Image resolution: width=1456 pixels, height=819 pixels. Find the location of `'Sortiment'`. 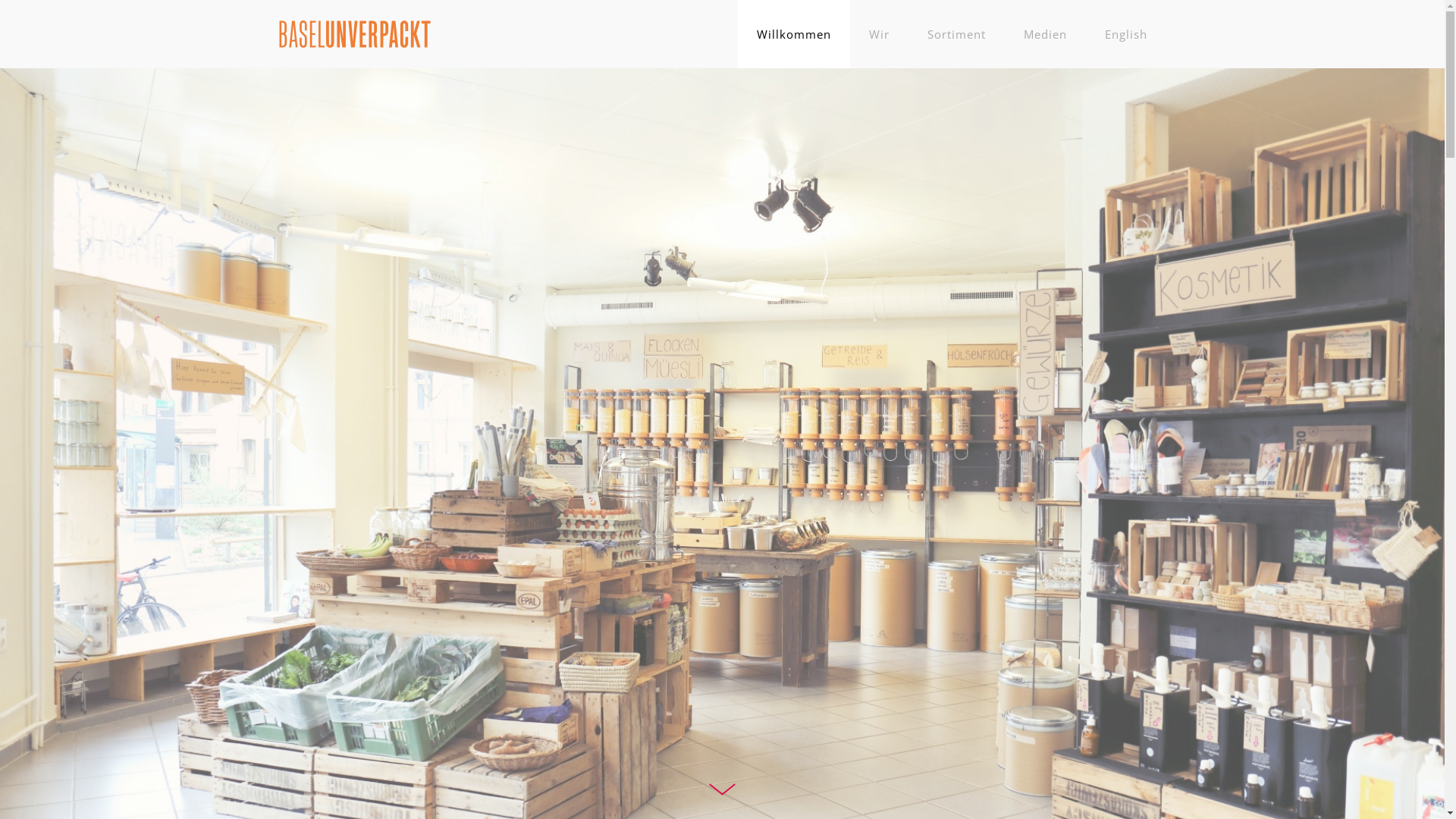

'Sortiment' is located at coordinates (955, 34).